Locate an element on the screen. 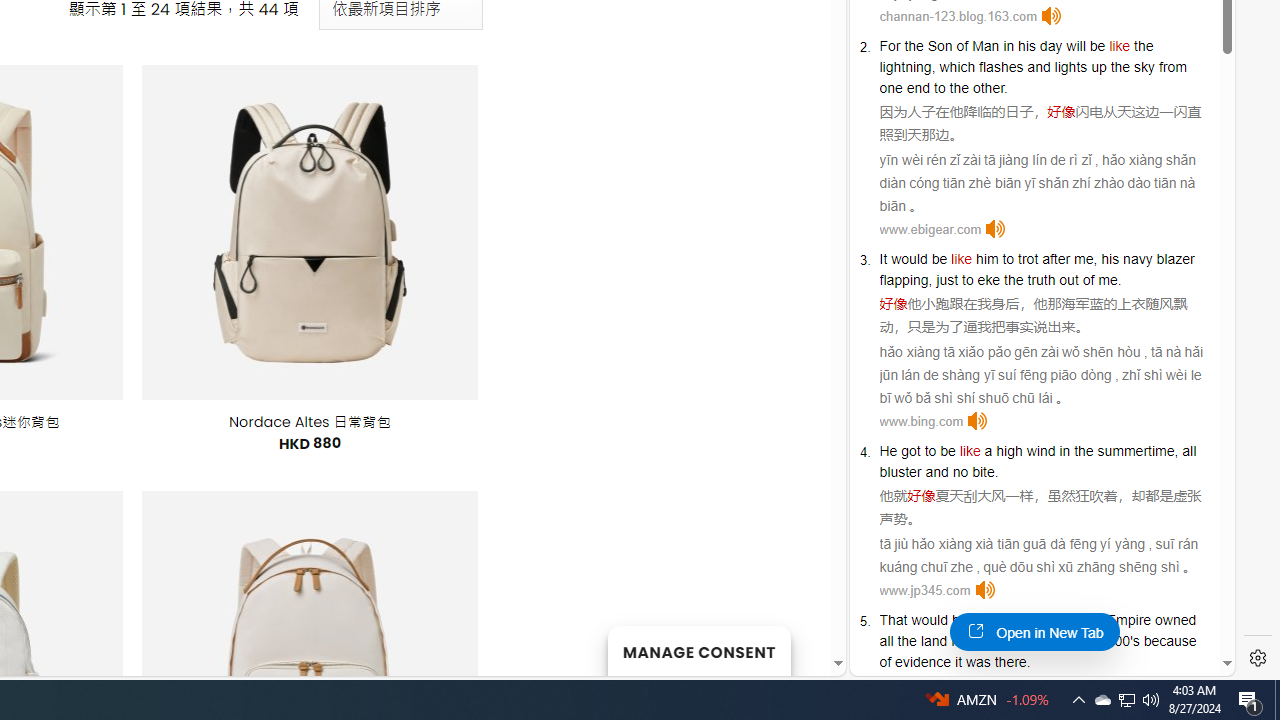  'wind' is located at coordinates (1040, 451).